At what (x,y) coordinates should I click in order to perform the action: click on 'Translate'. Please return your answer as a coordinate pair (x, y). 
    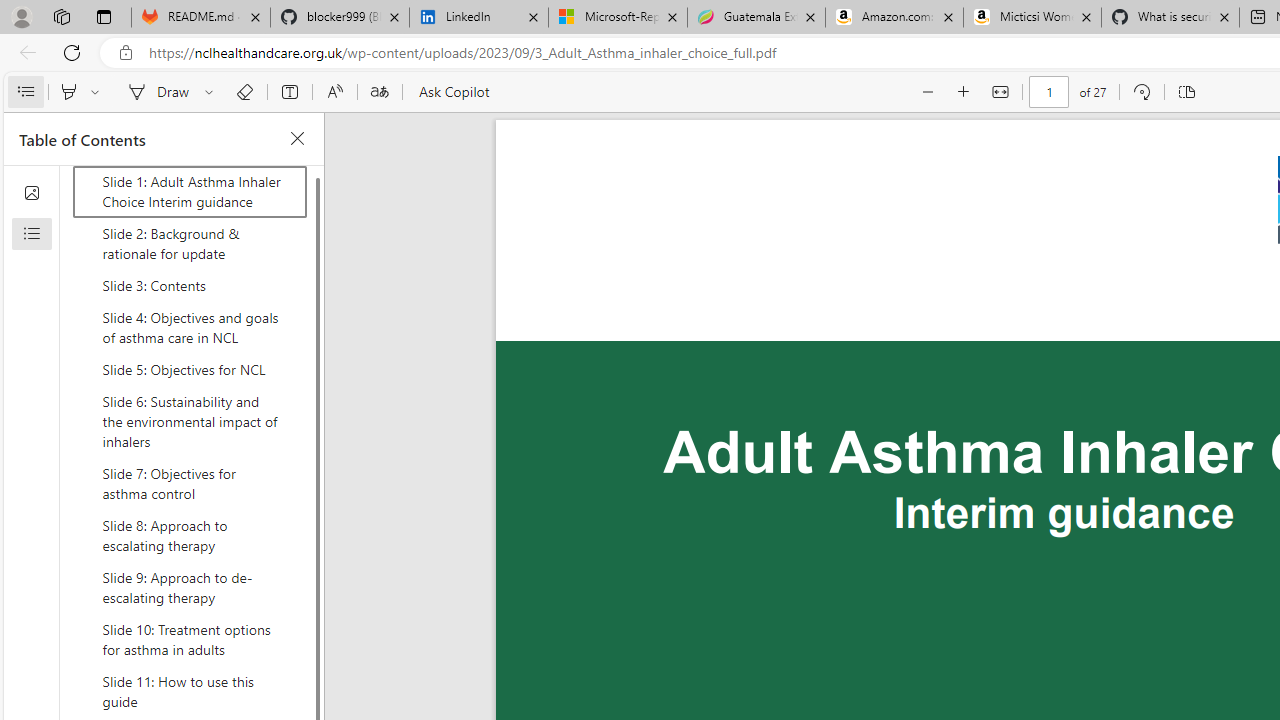
    Looking at the image, I should click on (379, 92).